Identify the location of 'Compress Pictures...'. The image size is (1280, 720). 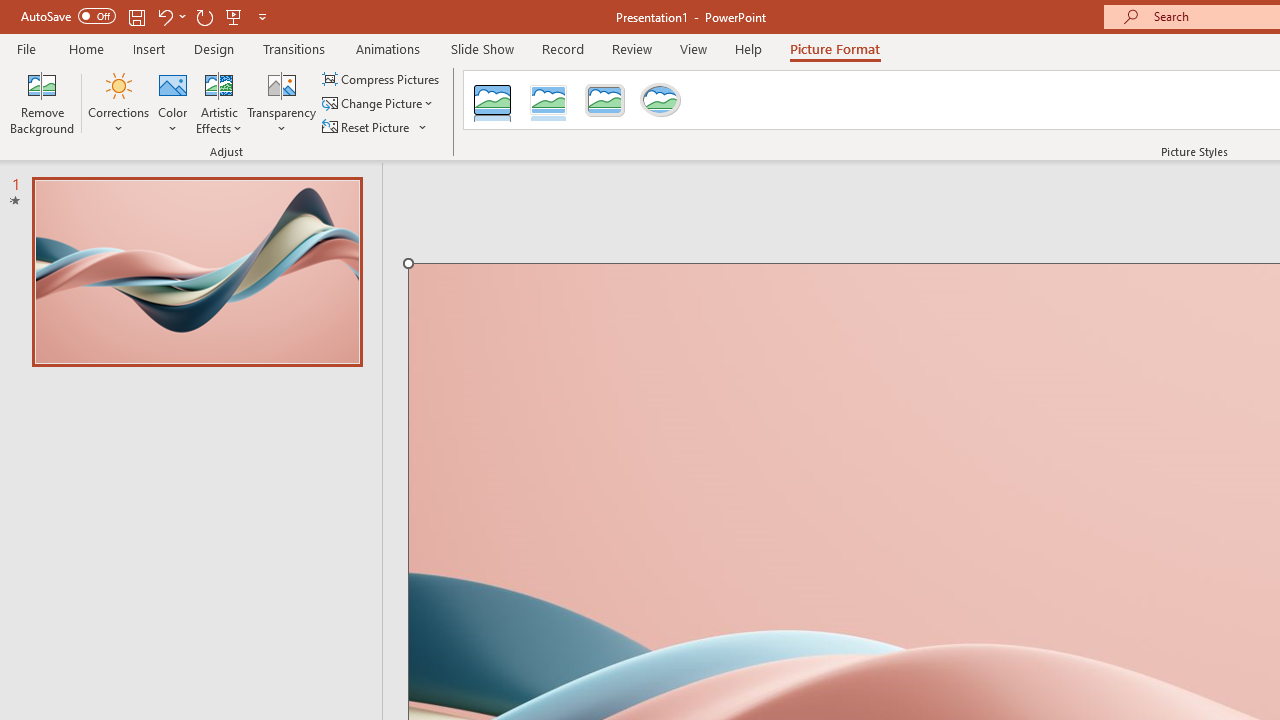
(382, 78).